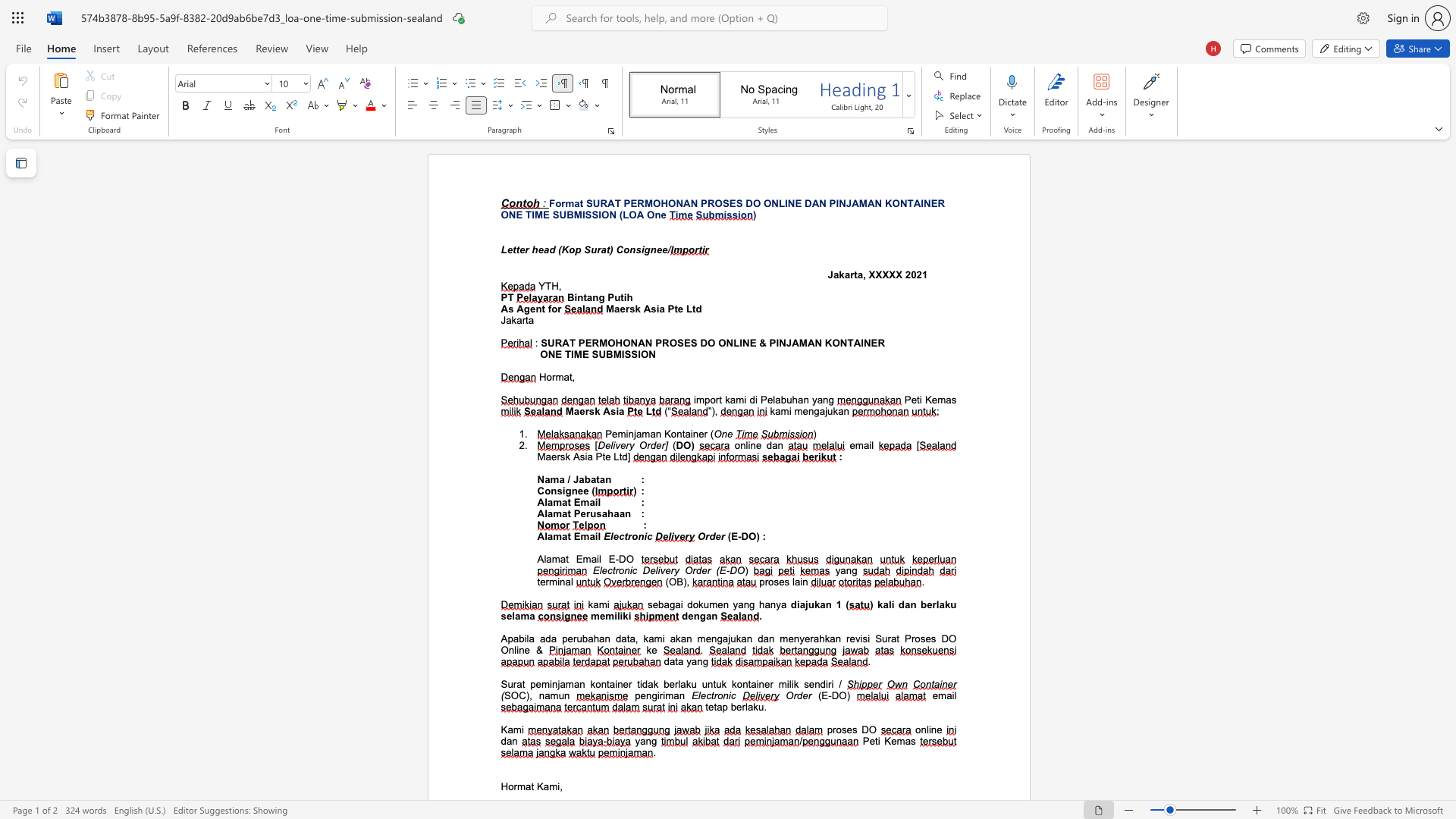 Image resolution: width=1456 pixels, height=819 pixels. I want to click on the space between the continuous character "K" and "a" in the text, so click(543, 786).